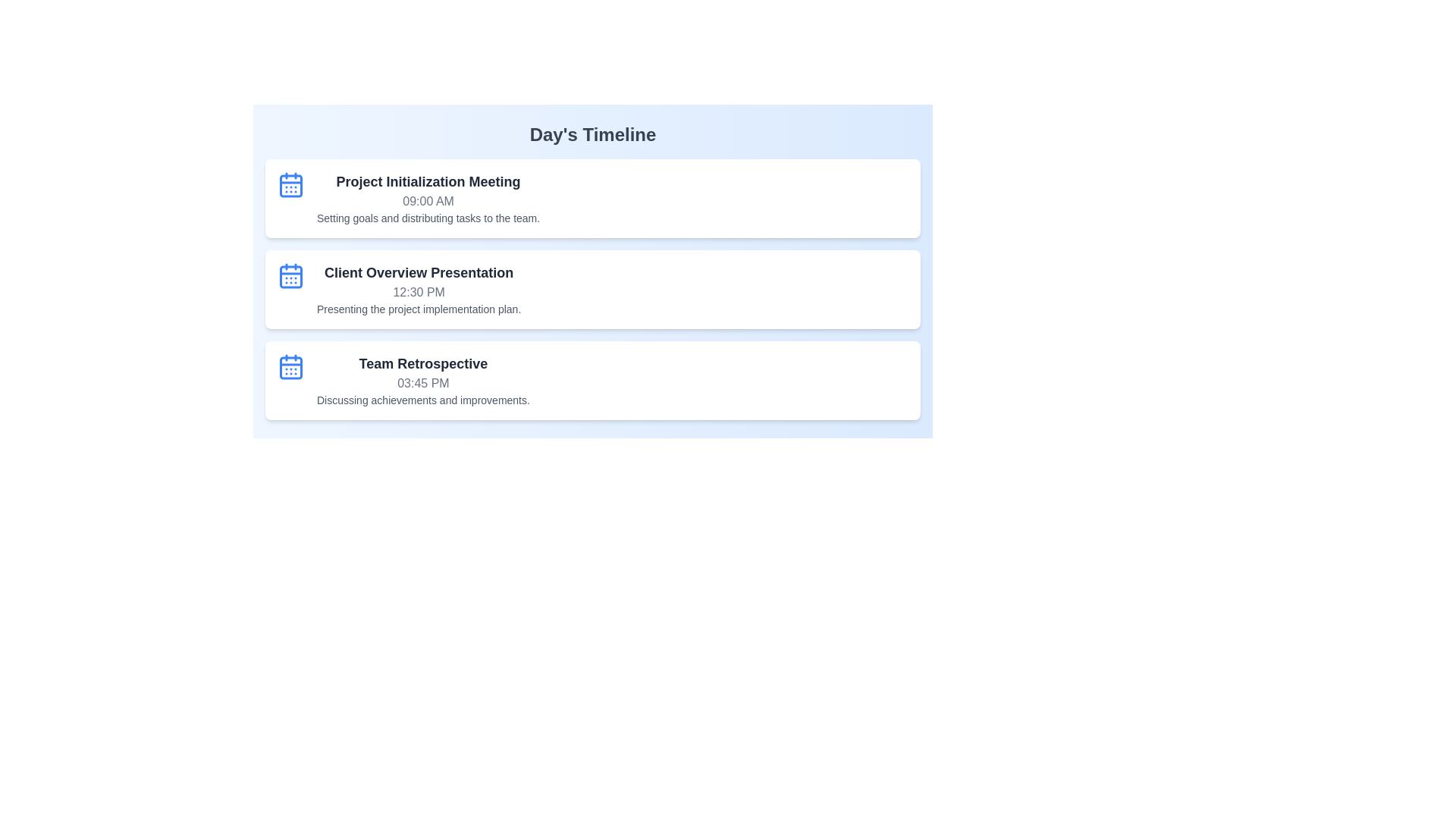 This screenshot has width=1456, height=819. What do you see at coordinates (423, 400) in the screenshot?
I see `the text label that reads 'Discussing achievements and improvements.', which is styled in a small font size and light gray color, located beneath the title 'Team Retrospective' and the time '03:45 PM'` at bounding box center [423, 400].